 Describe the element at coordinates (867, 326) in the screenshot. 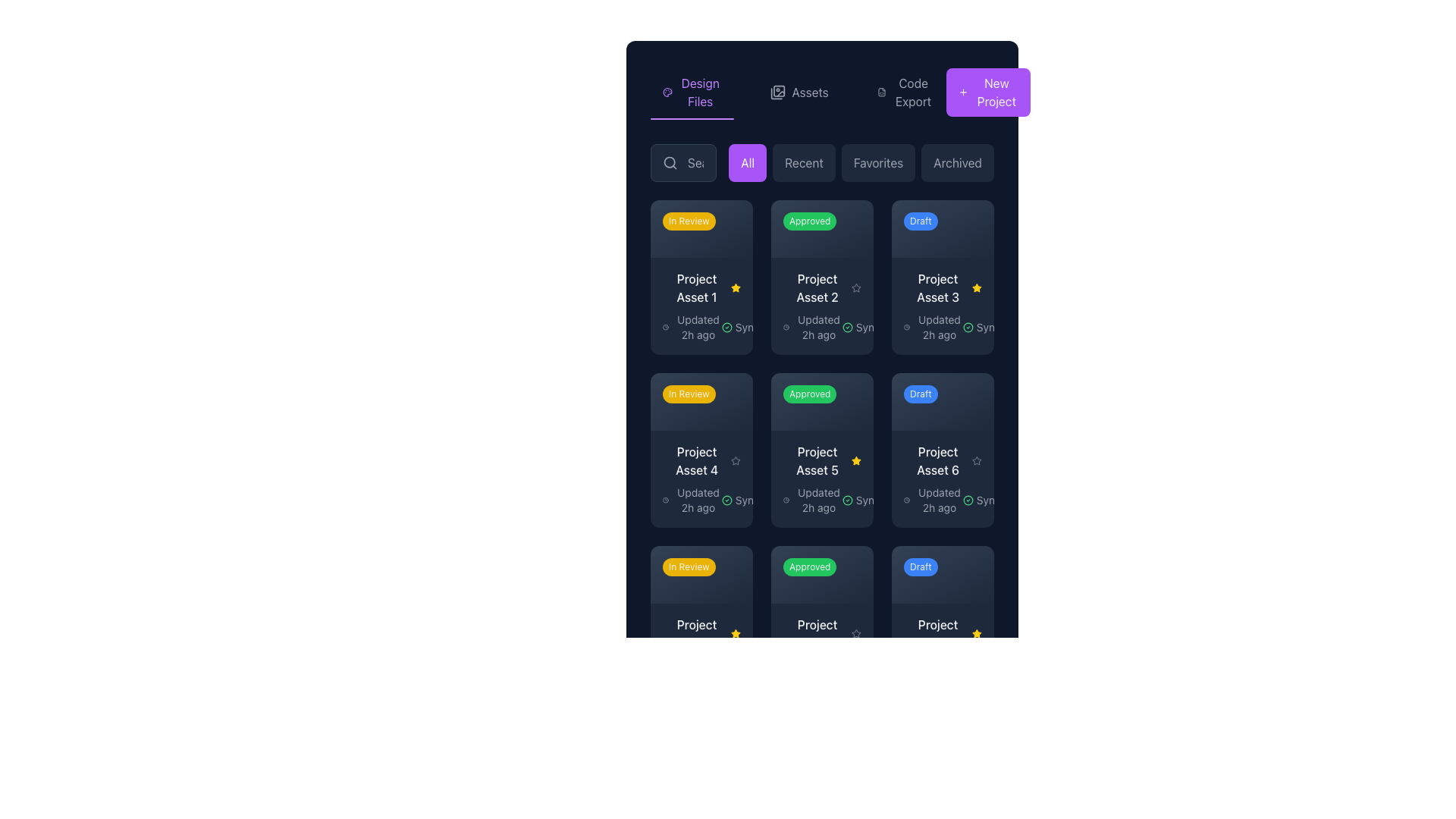

I see `the synchronization status label with icon located in the summary section under the 'Project Asset 2' card in the second column, positioned below the 'Updated 2h ago' label` at that location.